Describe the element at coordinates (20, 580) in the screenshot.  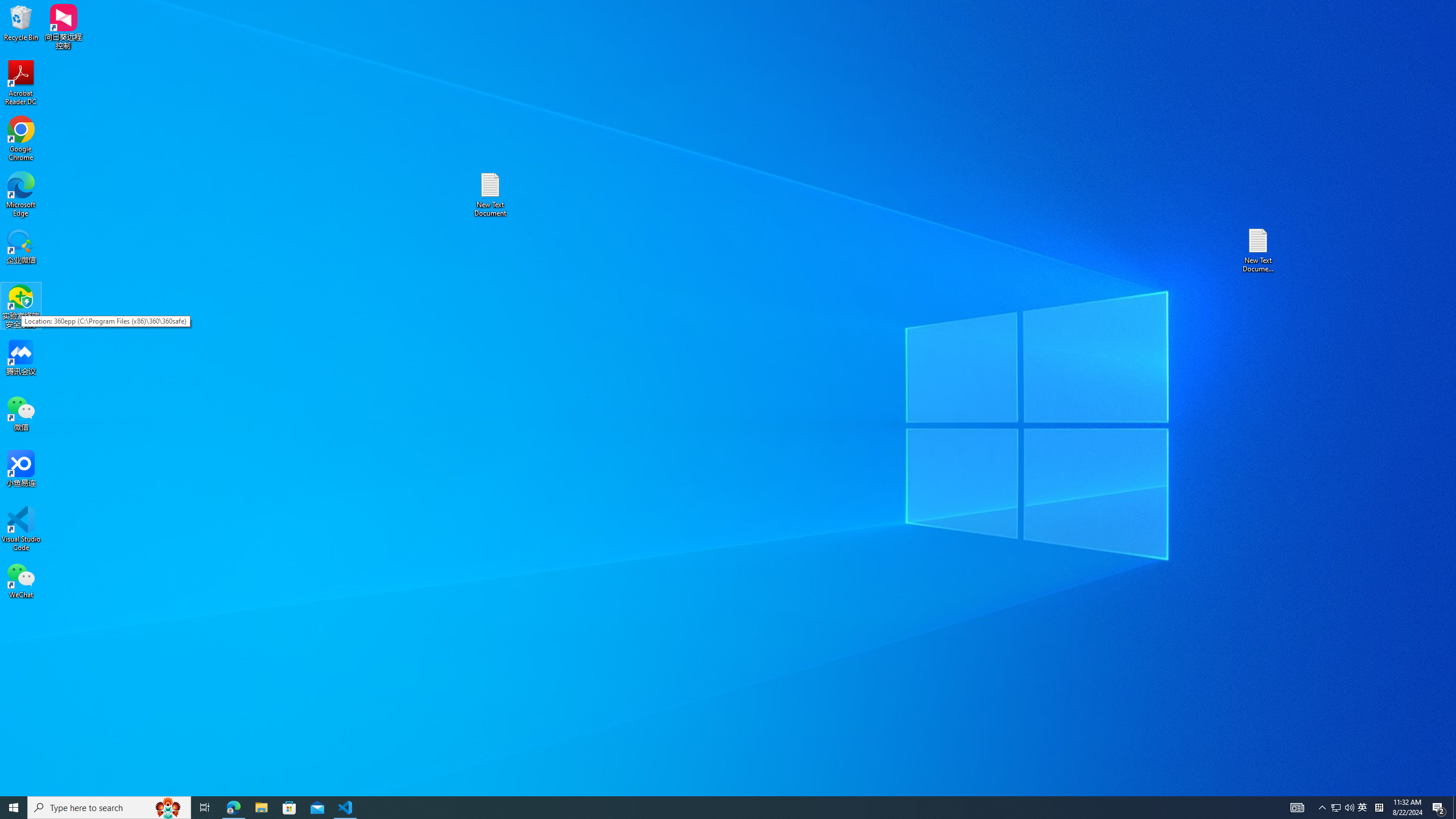
I see `'WeChat'` at that location.